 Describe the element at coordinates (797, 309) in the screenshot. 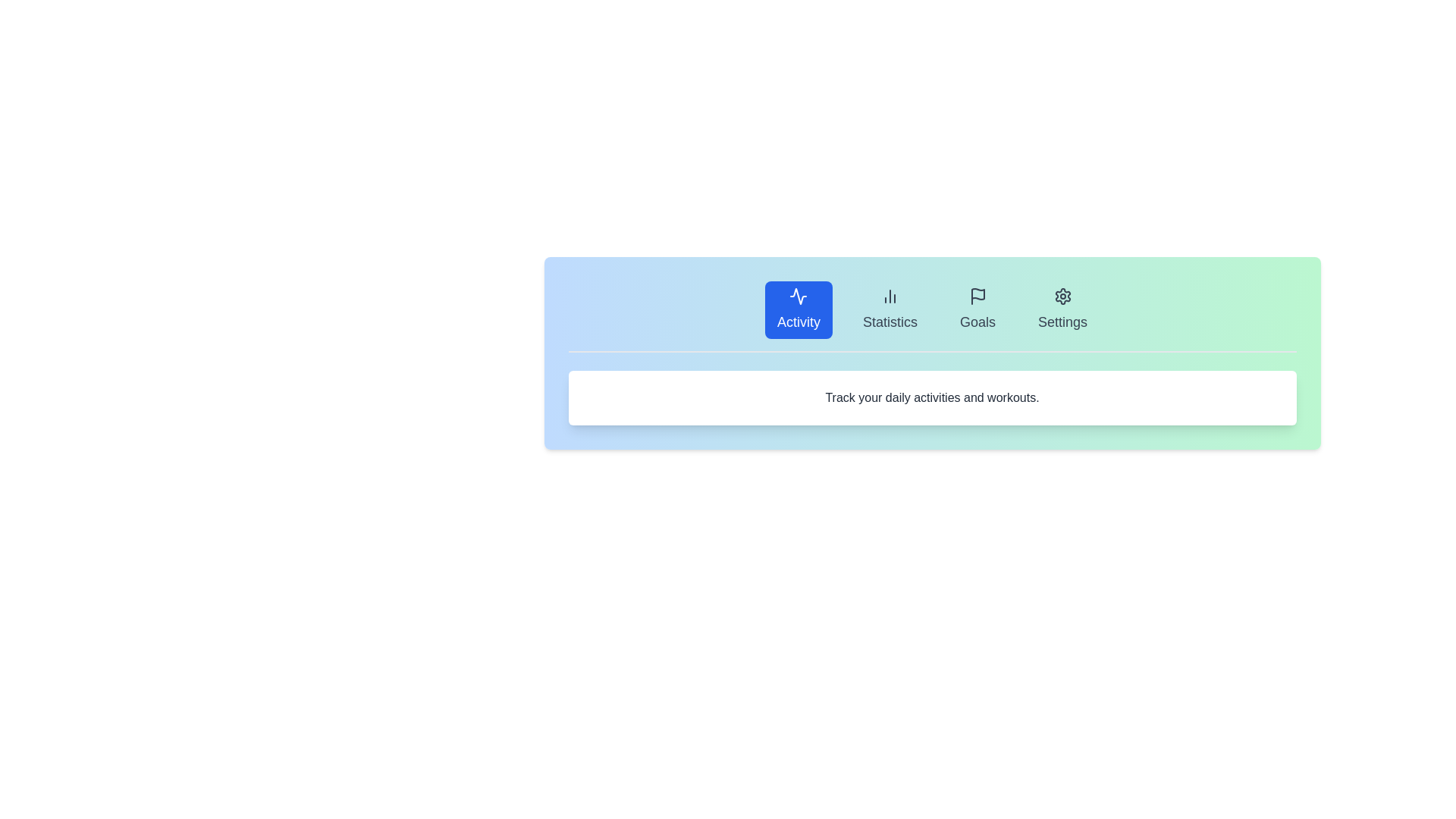

I see `the Activity tab by clicking on its button` at that location.